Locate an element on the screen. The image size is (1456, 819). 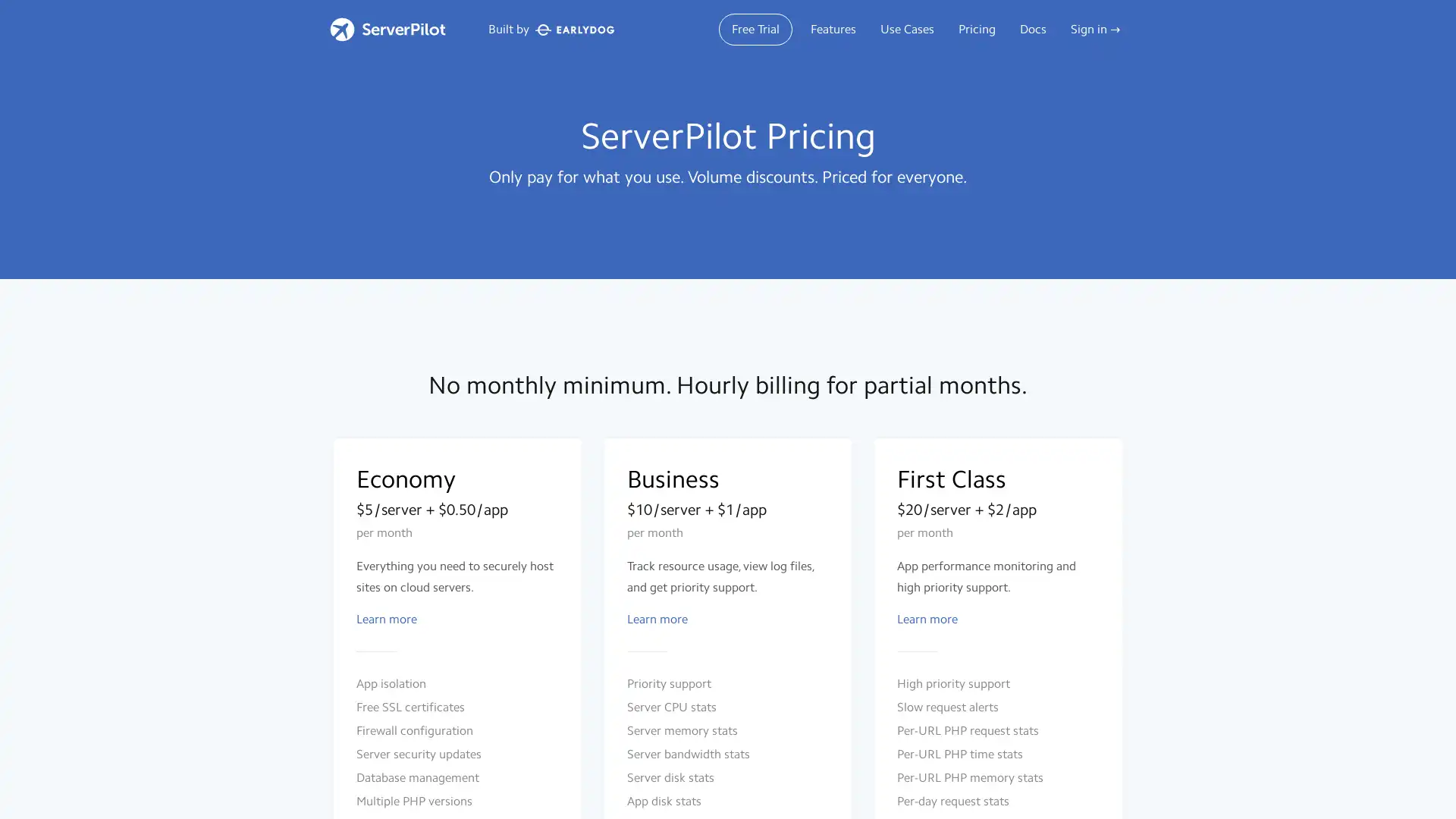
Features is located at coordinates (833, 29).